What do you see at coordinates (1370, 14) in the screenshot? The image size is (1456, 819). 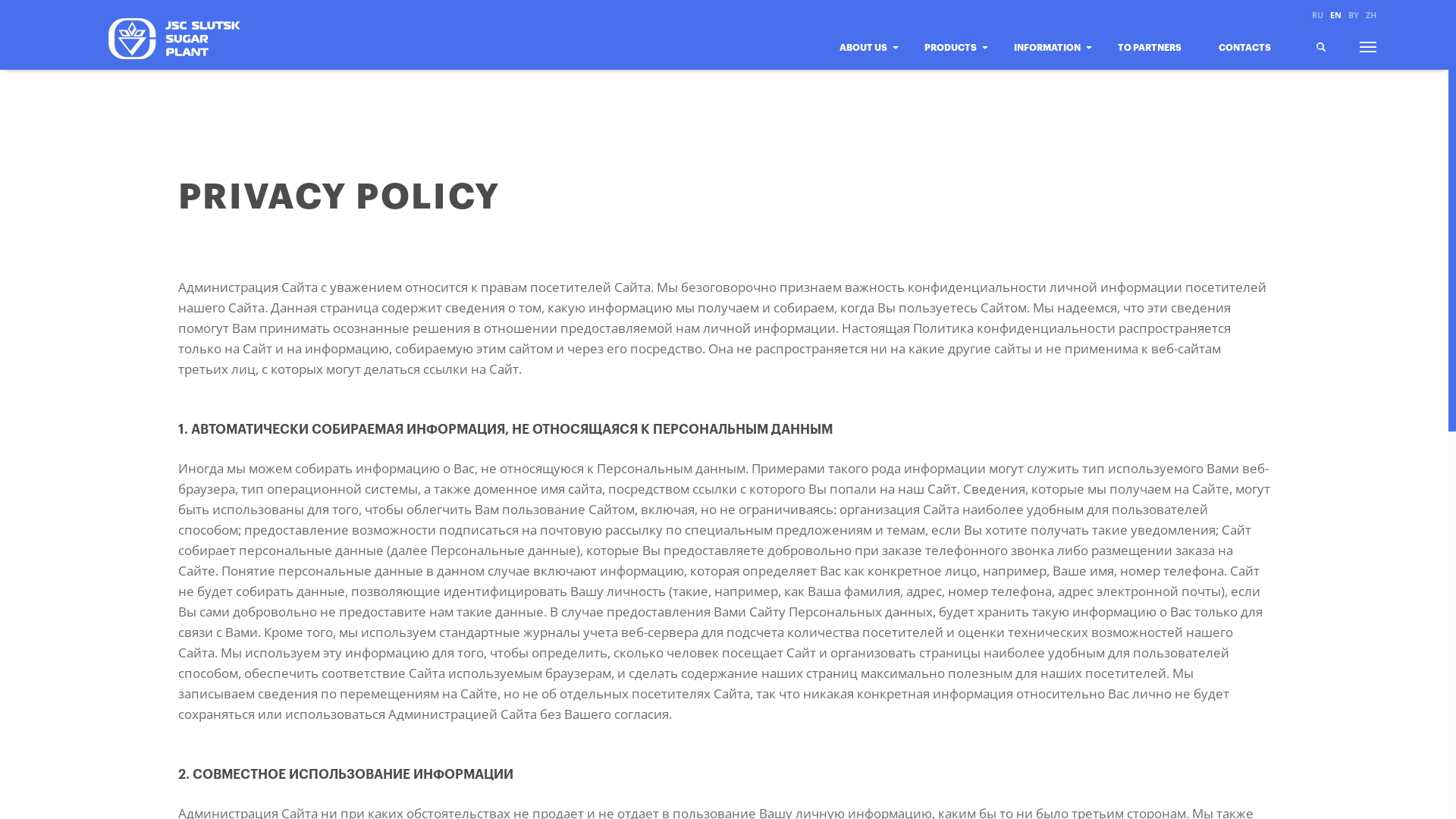 I see `'ZH'` at bounding box center [1370, 14].